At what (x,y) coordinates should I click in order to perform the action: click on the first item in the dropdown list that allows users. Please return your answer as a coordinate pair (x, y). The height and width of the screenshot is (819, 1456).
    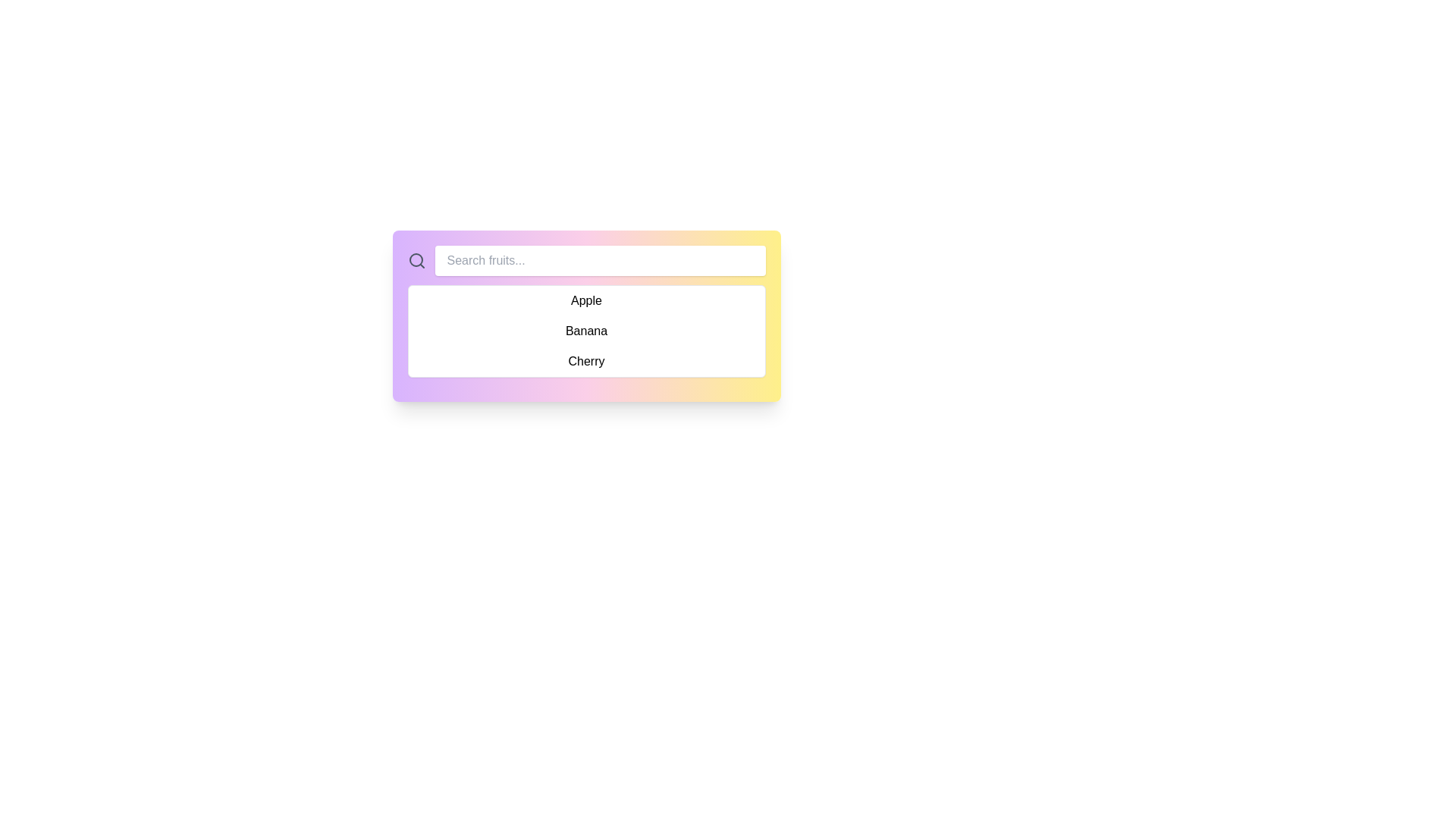
    Looking at the image, I should click on (585, 301).